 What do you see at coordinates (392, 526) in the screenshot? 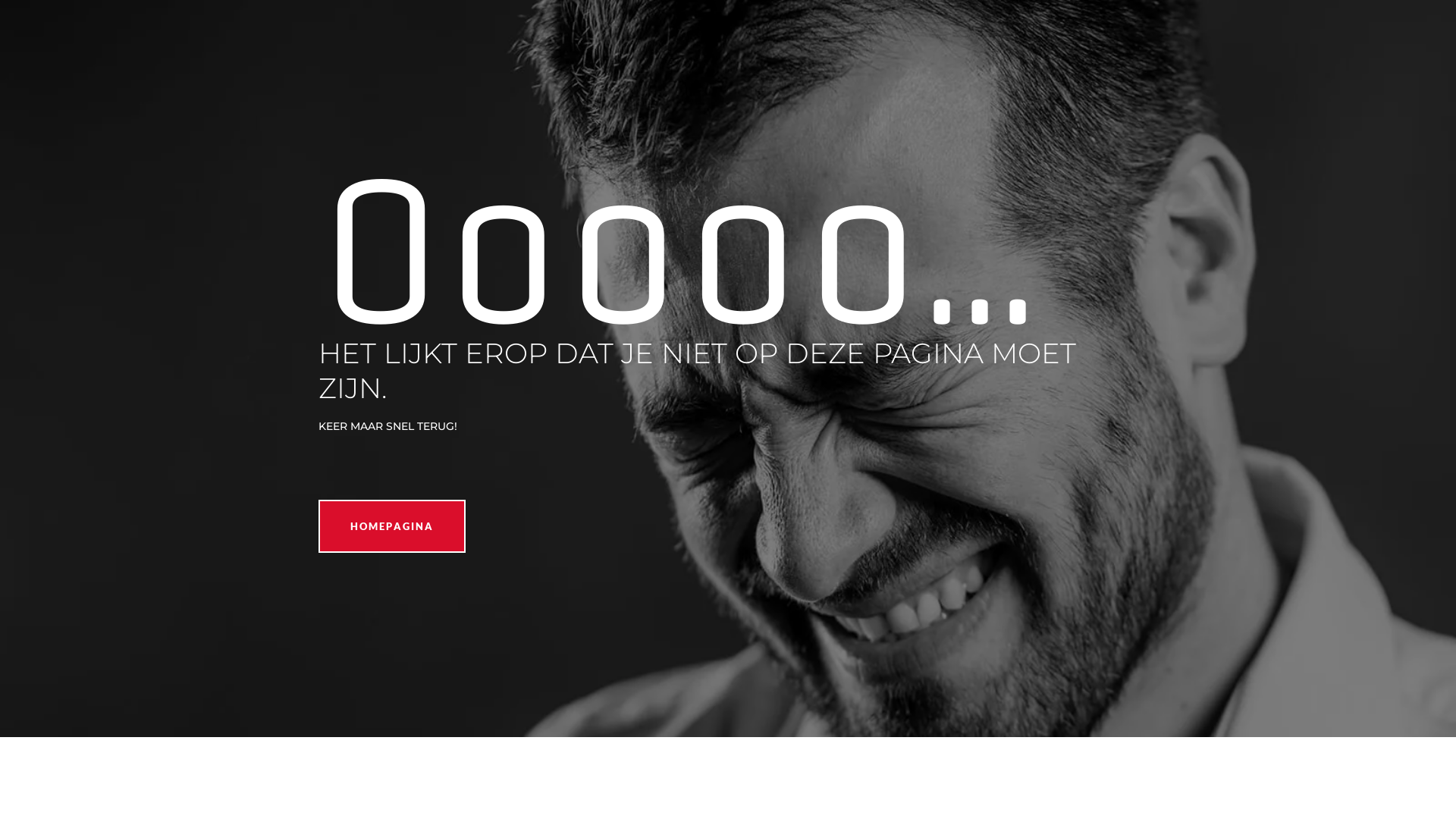
I see `'HOMEPAGINA'` at bounding box center [392, 526].